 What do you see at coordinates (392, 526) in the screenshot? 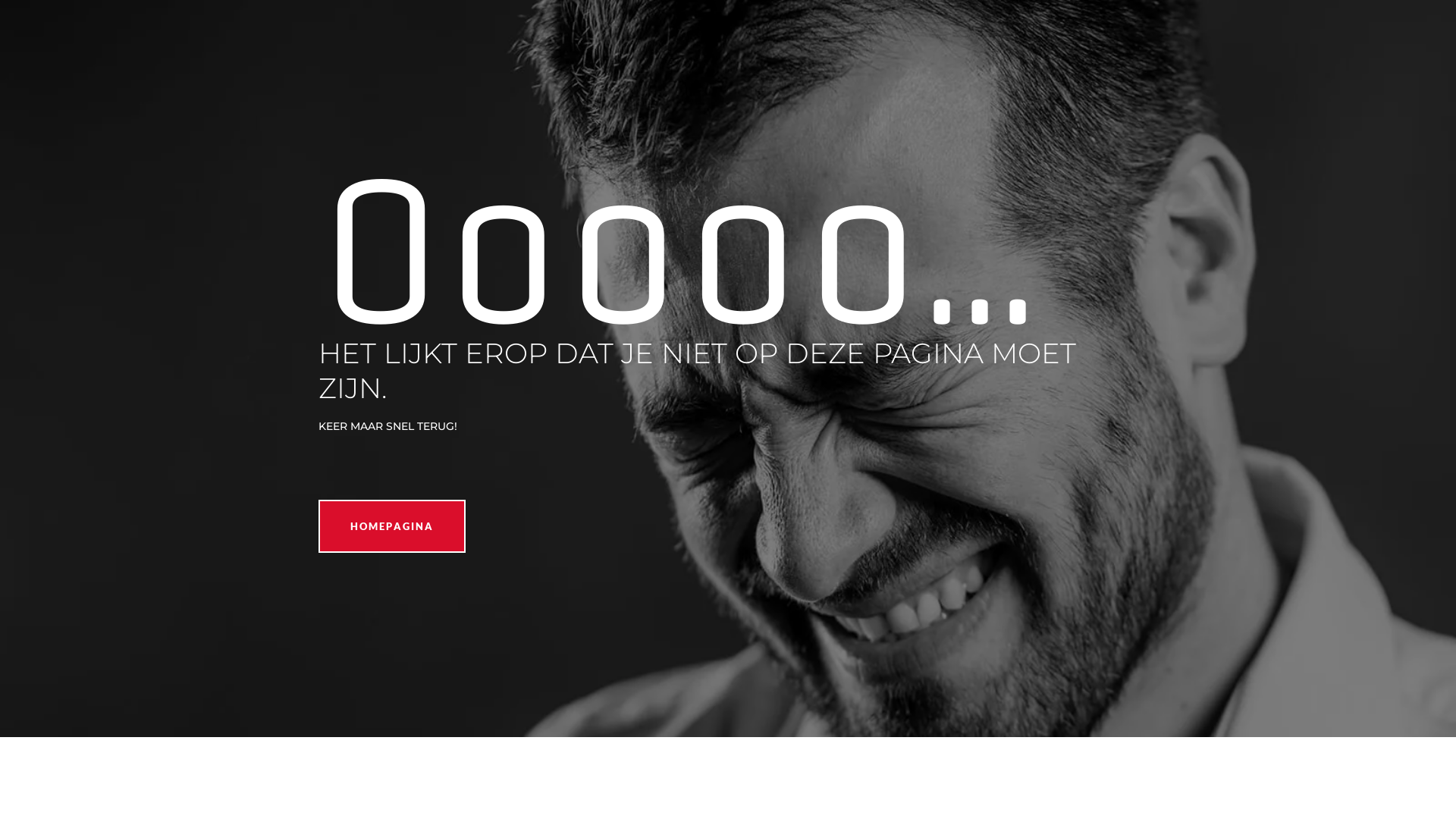
I see `'HOMEPAGINA'` at bounding box center [392, 526].